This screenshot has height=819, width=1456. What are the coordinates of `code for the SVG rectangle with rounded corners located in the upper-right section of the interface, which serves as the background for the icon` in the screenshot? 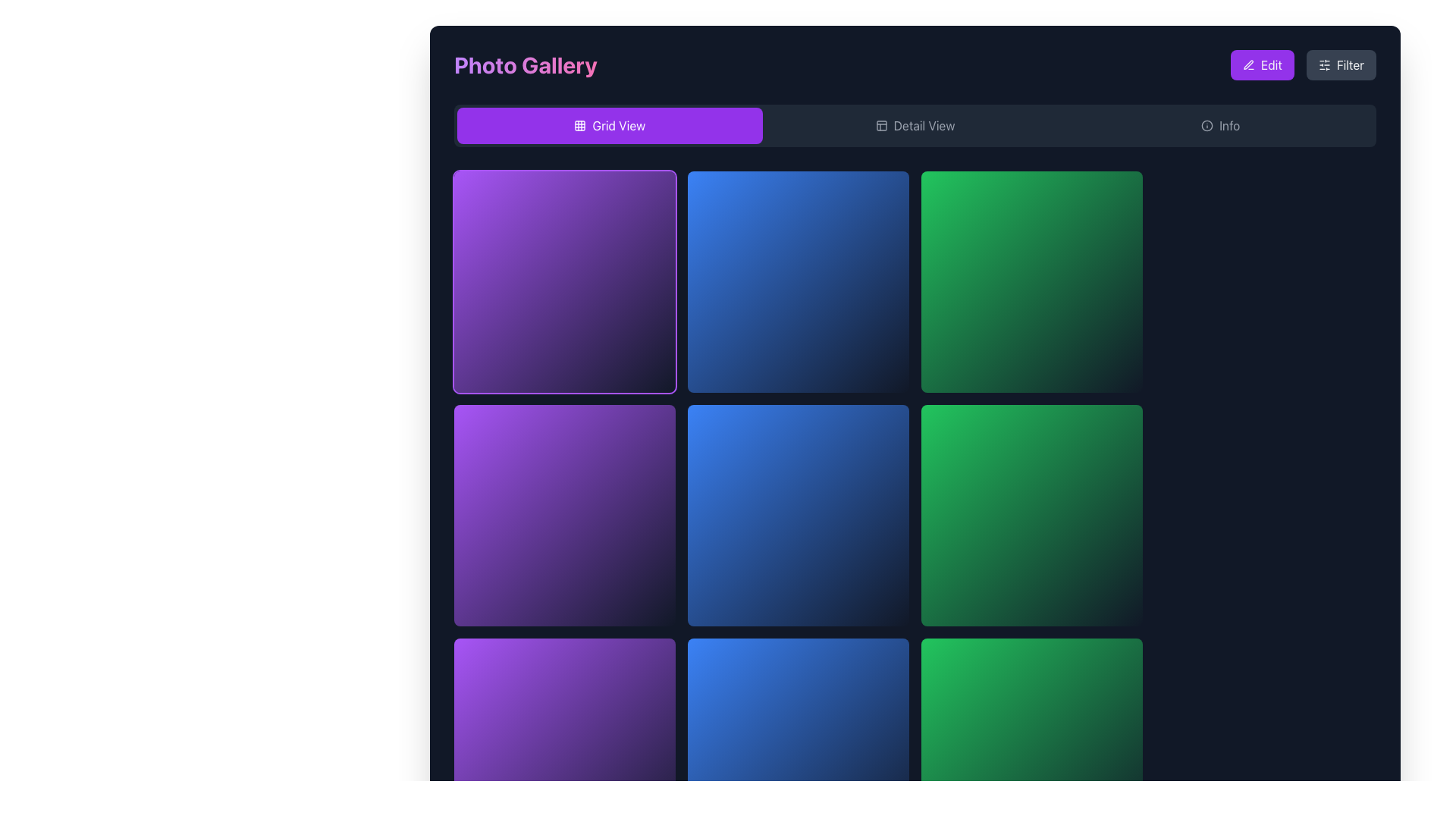 It's located at (881, 124).